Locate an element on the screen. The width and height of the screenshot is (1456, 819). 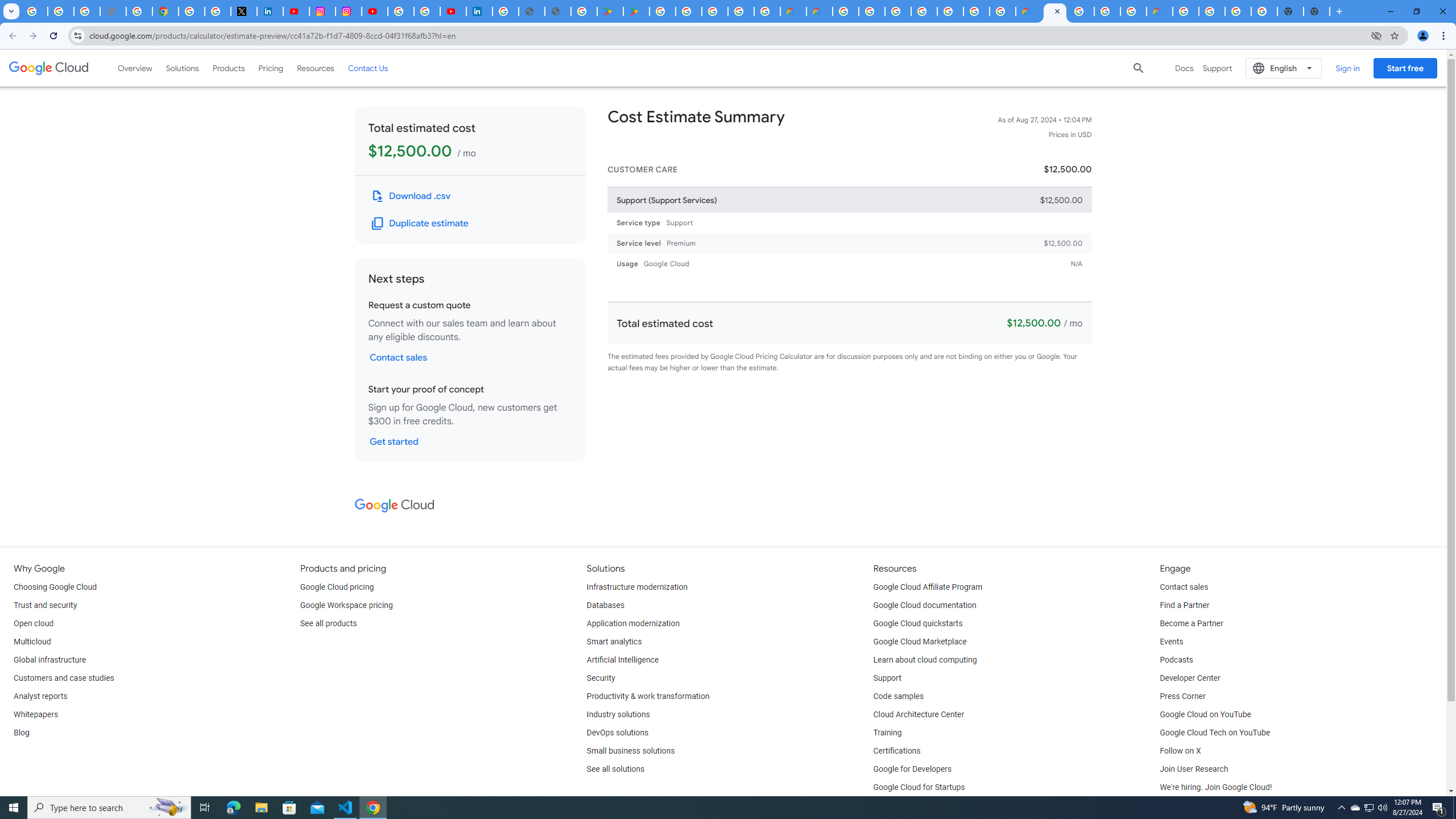
'PAW Patrol Rescue World - Apps on Google Play' is located at coordinates (637, 11).